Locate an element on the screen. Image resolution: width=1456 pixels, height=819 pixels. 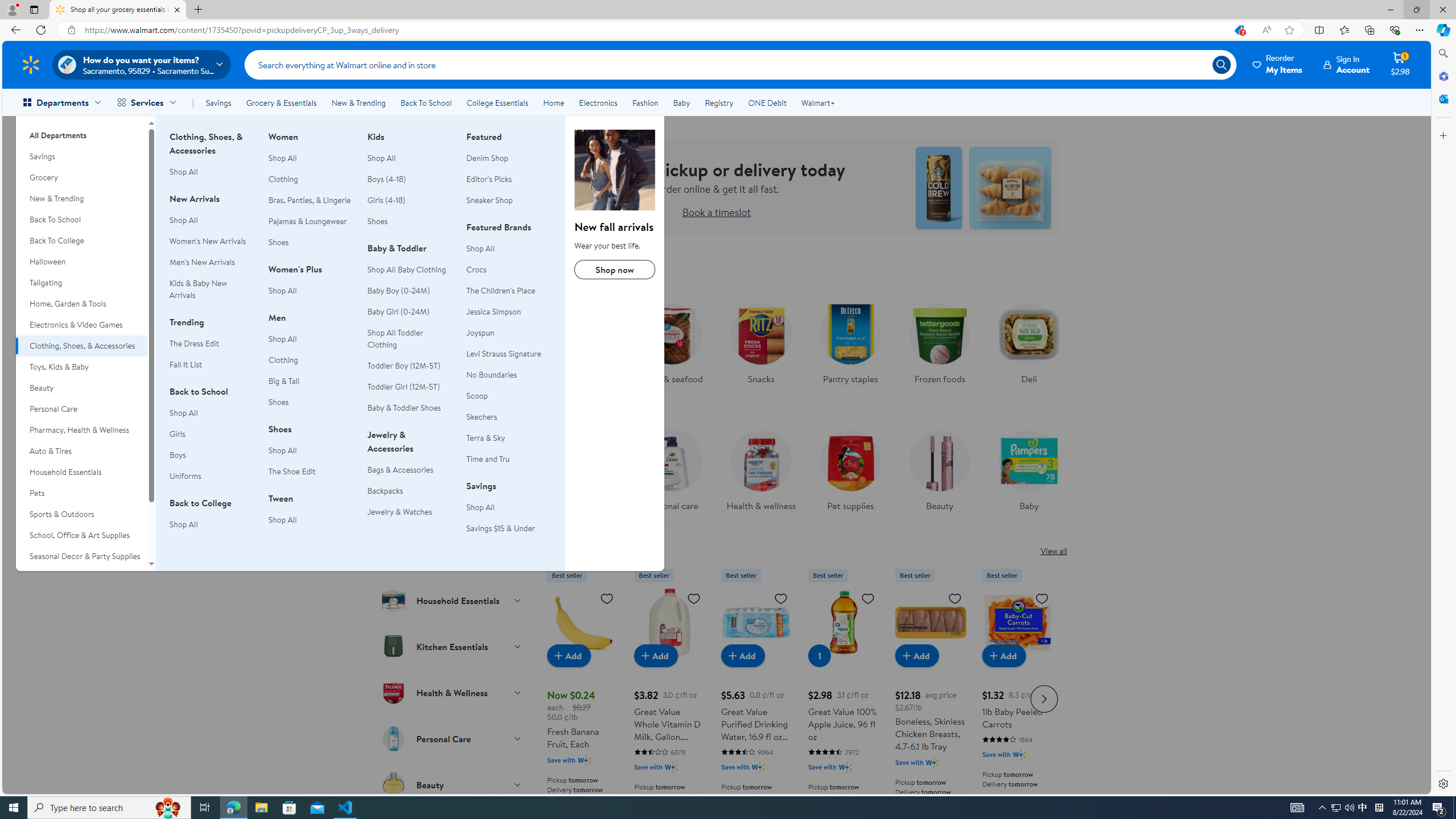
'Auto & Tires' is located at coordinates (81, 450).